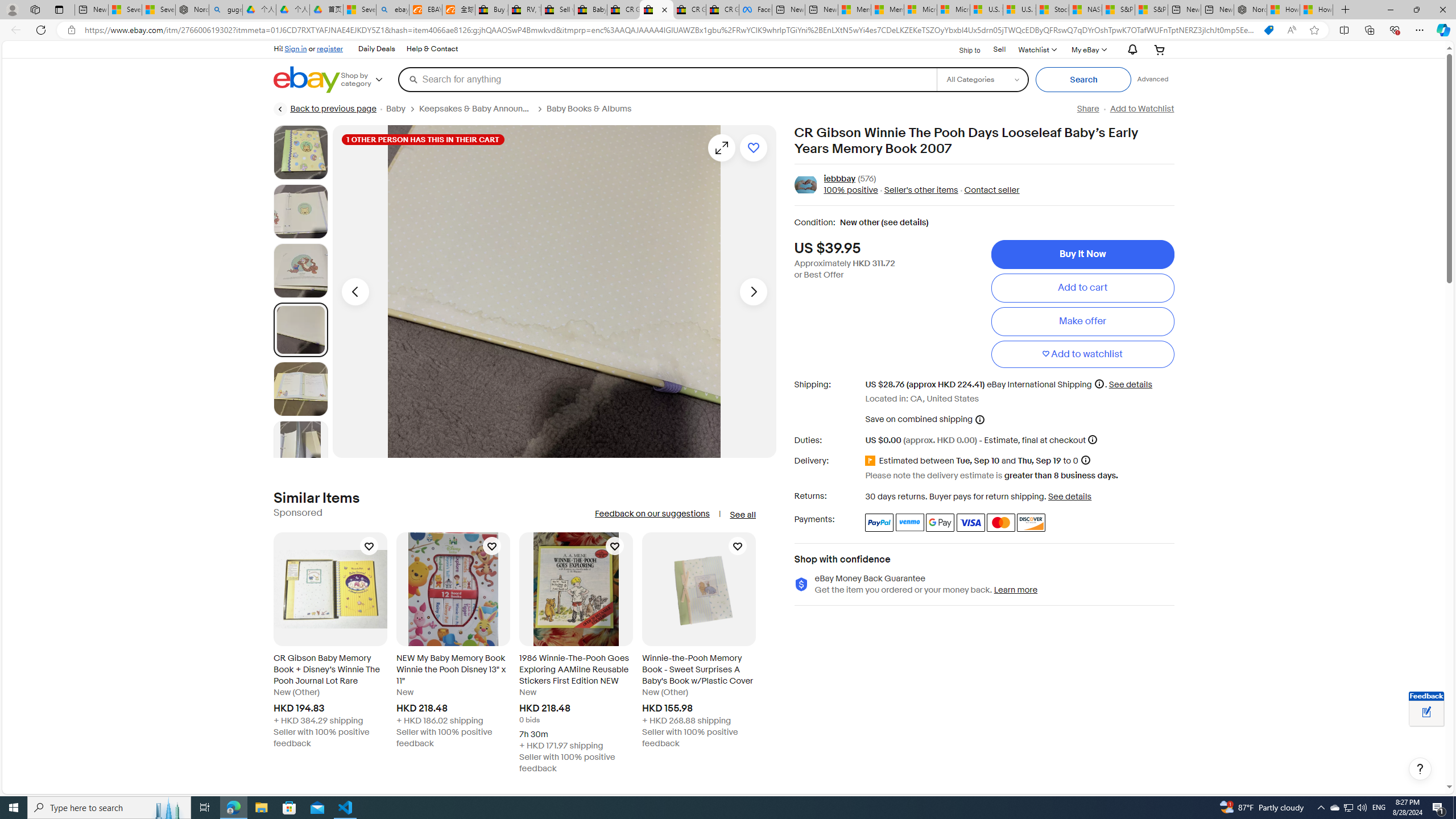 This screenshot has width=1456, height=819. Describe the element at coordinates (1082, 320) in the screenshot. I see `'Make offer'` at that location.